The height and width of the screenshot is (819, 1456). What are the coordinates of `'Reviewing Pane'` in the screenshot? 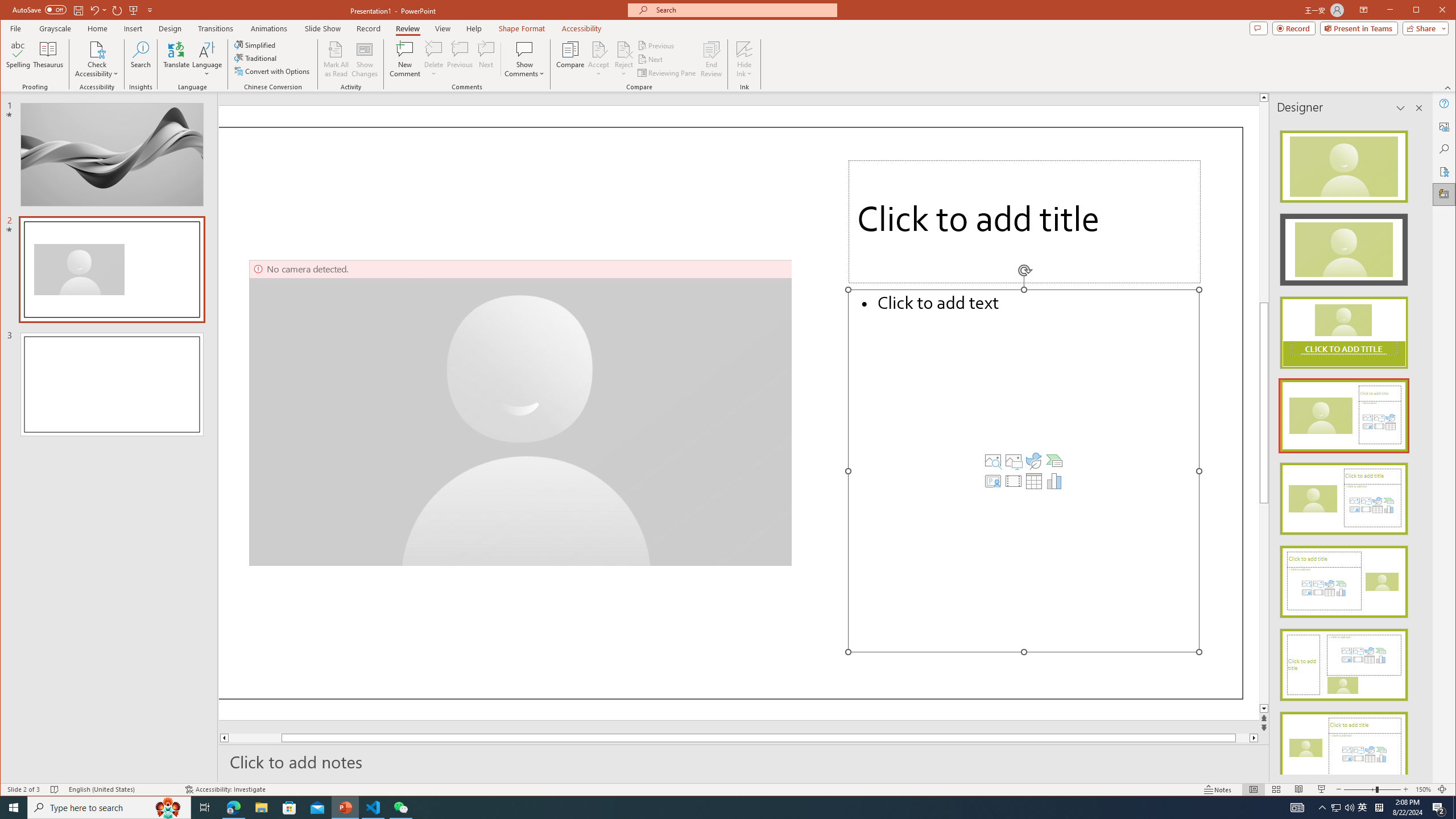 It's located at (667, 72).